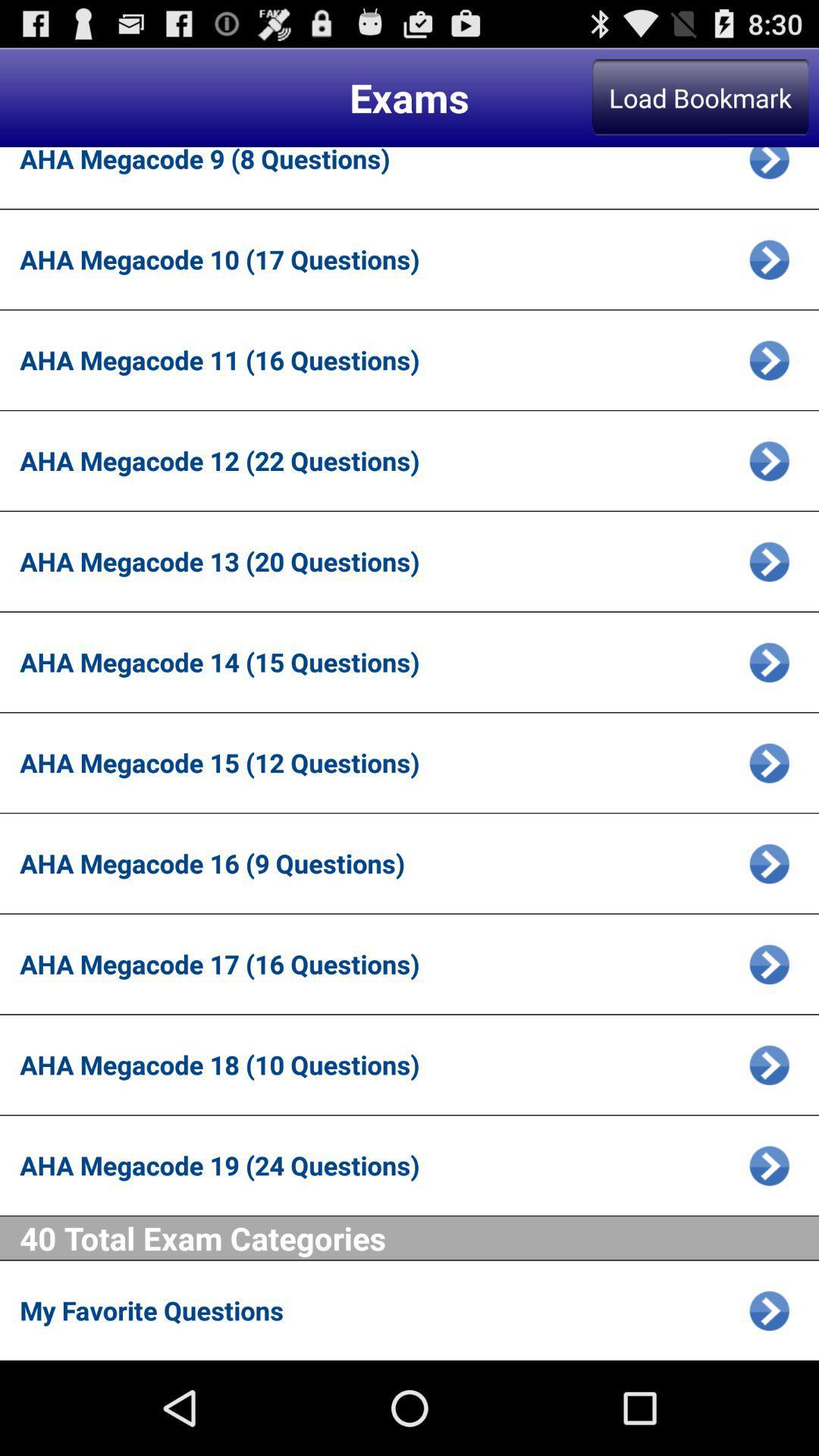 This screenshot has height=1456, width=819. What do you see at coordinates (769, 863) in the screenshot?
I see `button` at bounding box center [769, 863].